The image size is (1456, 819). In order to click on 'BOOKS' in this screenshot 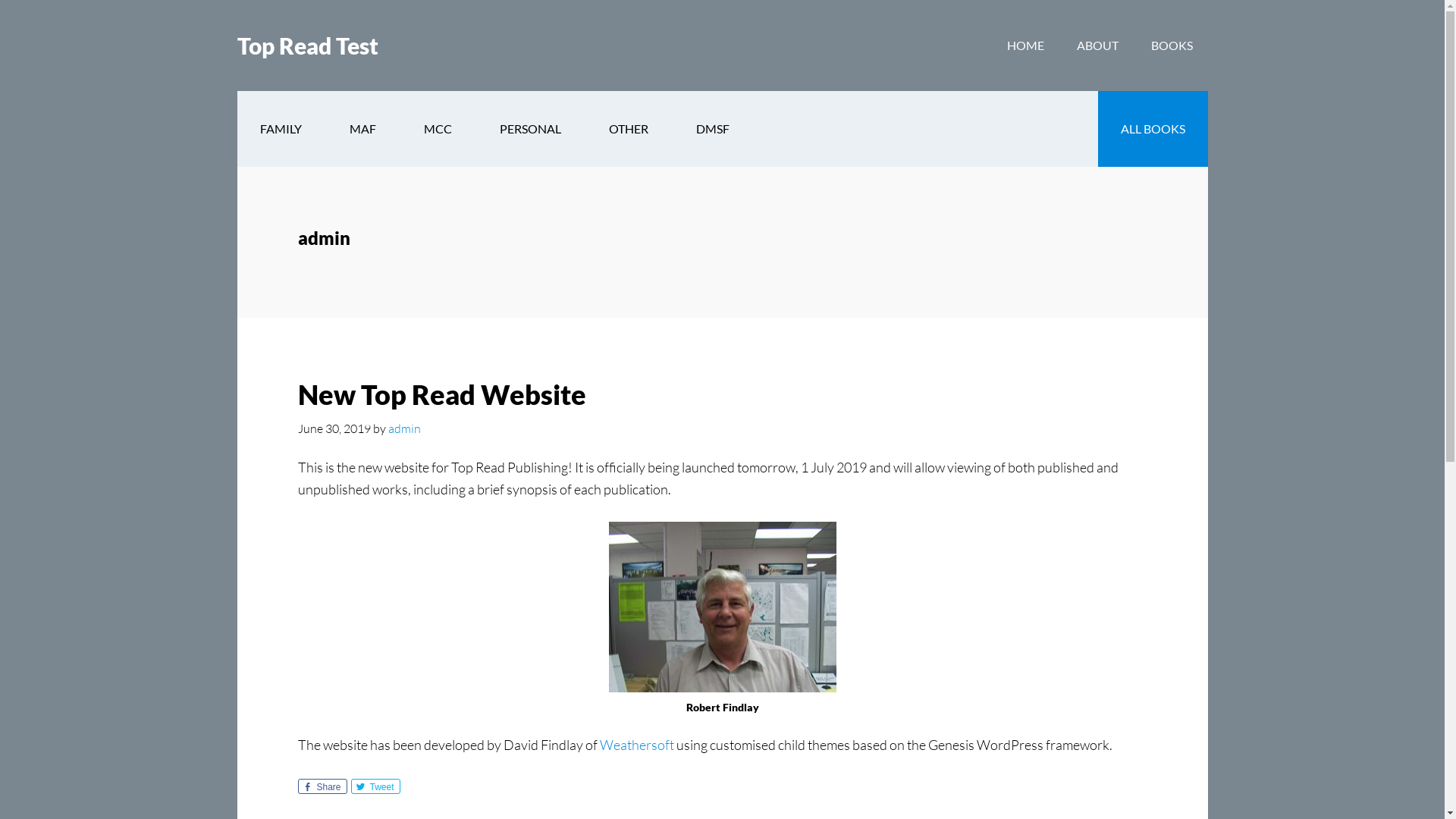, I will do `click(1171, 45)`.